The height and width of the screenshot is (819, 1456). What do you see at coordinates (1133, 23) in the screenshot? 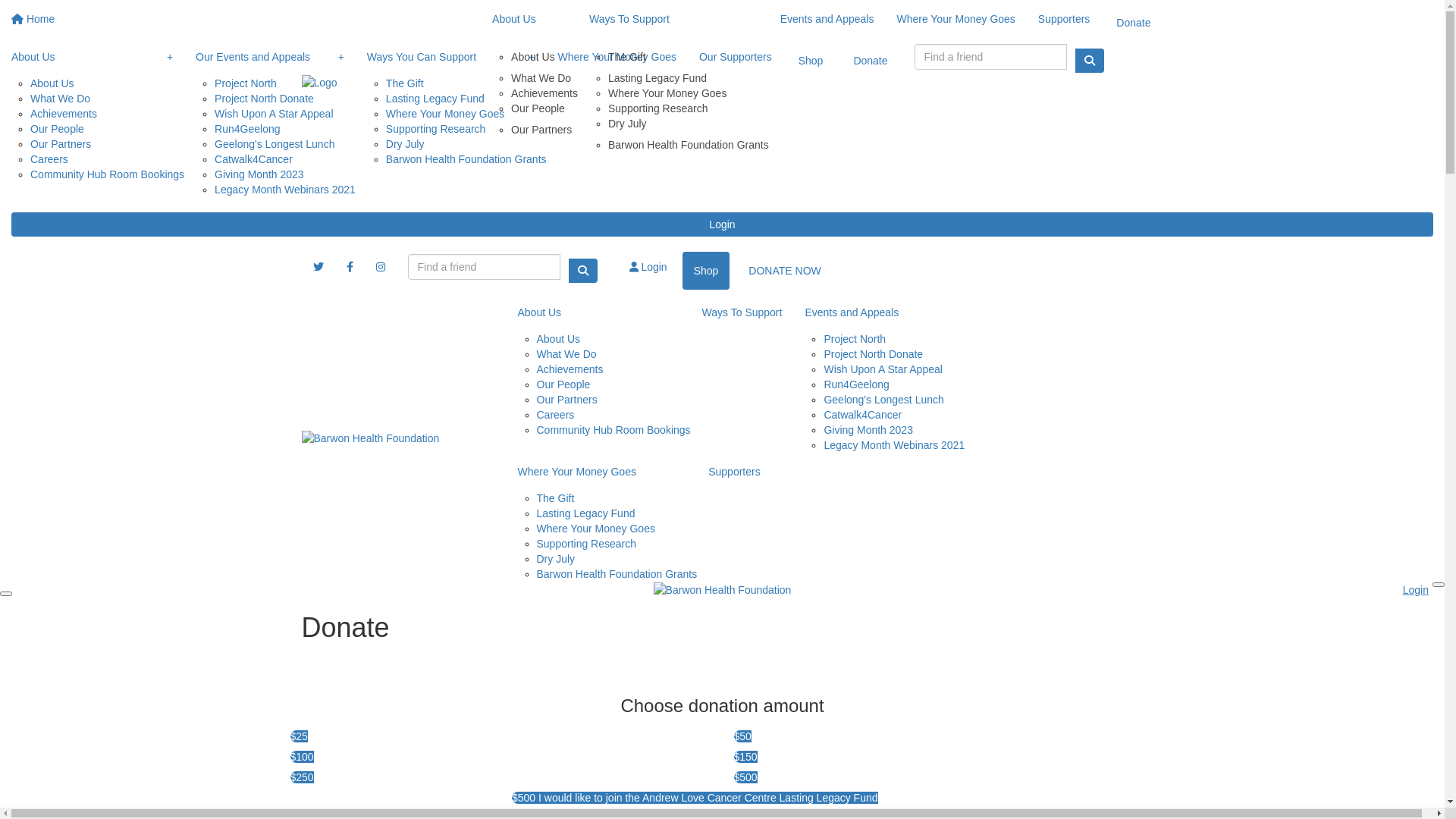
I see `'Donate'` at bounding box center [1133, 23].